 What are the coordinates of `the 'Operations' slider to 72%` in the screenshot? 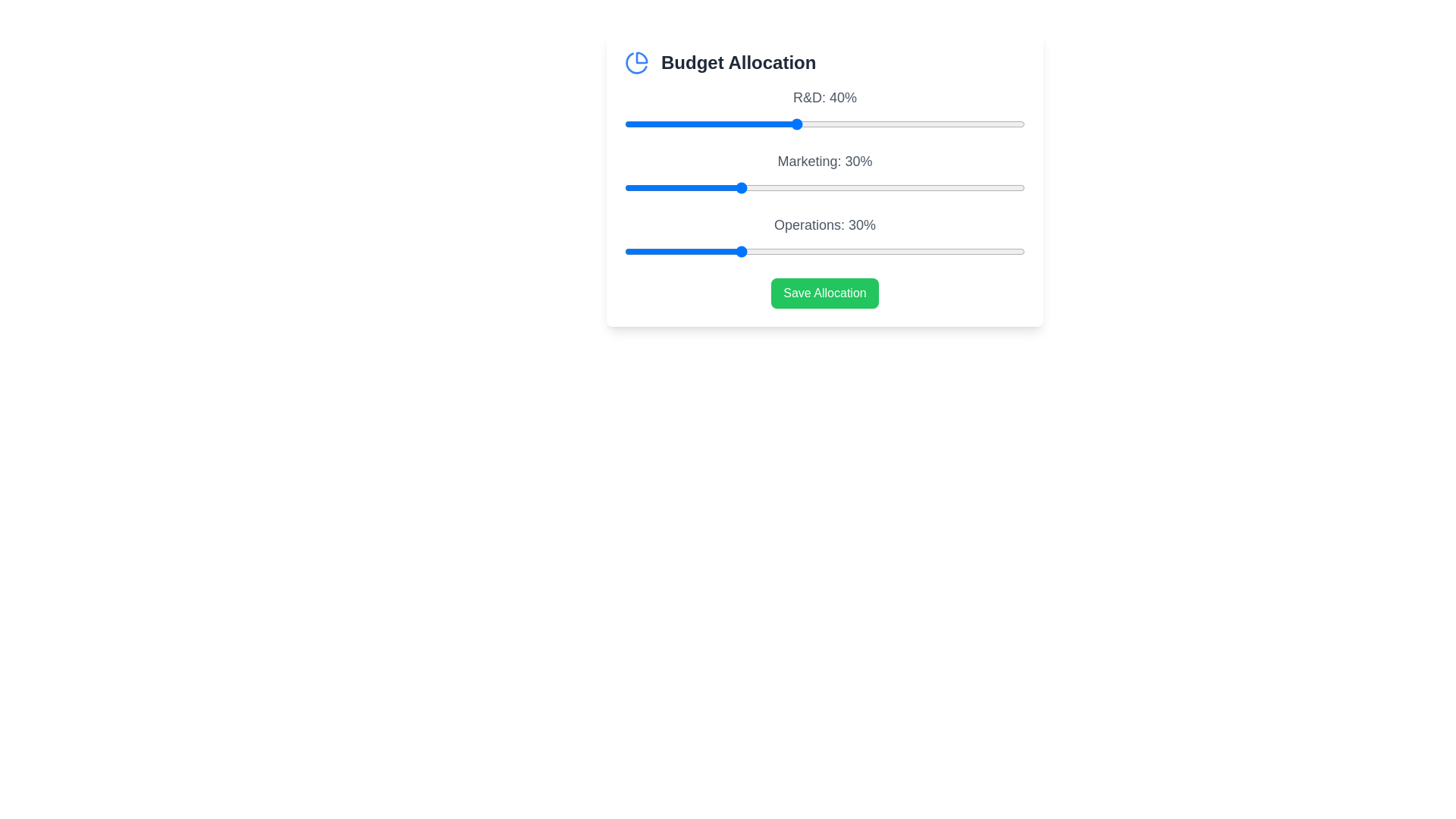 It's located at (979, 250).